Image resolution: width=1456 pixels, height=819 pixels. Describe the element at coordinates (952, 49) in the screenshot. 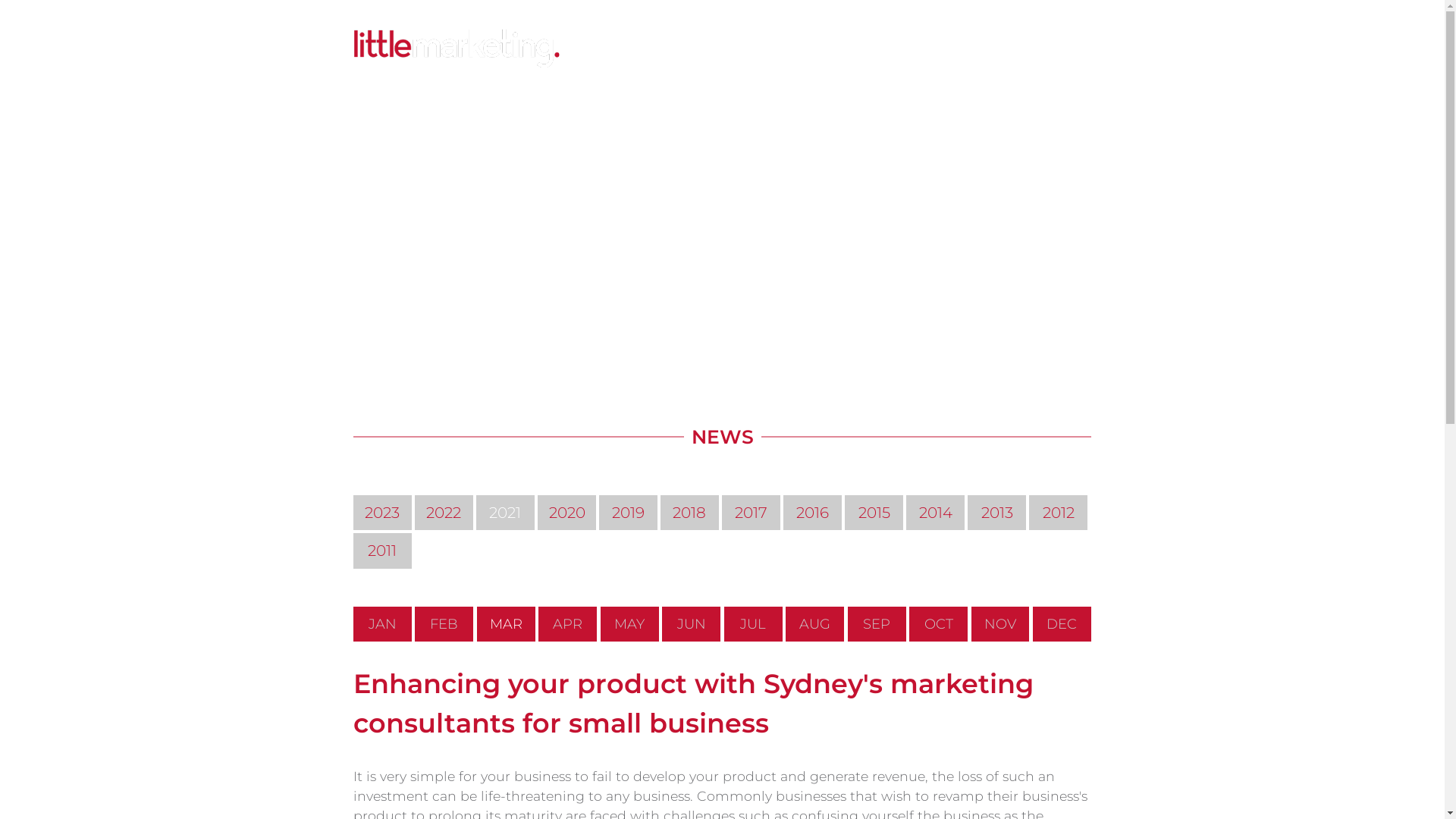

I see `'REVIEWS'` at that location.